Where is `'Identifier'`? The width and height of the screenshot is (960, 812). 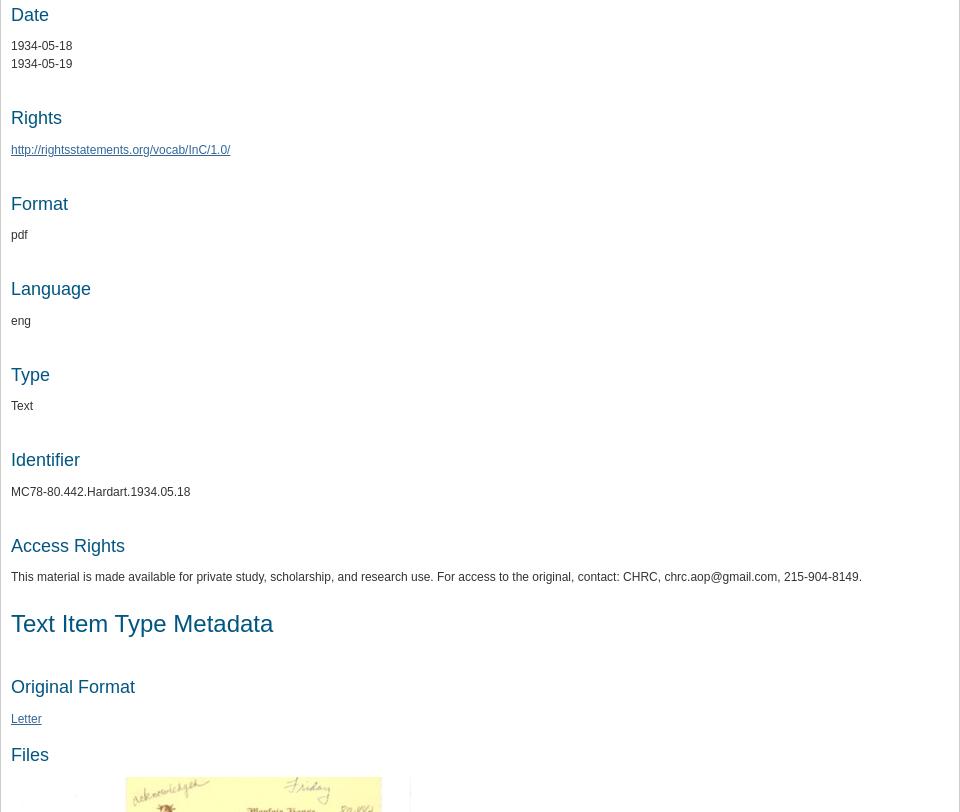
'Identifier' is located at coordinates (44, 458).